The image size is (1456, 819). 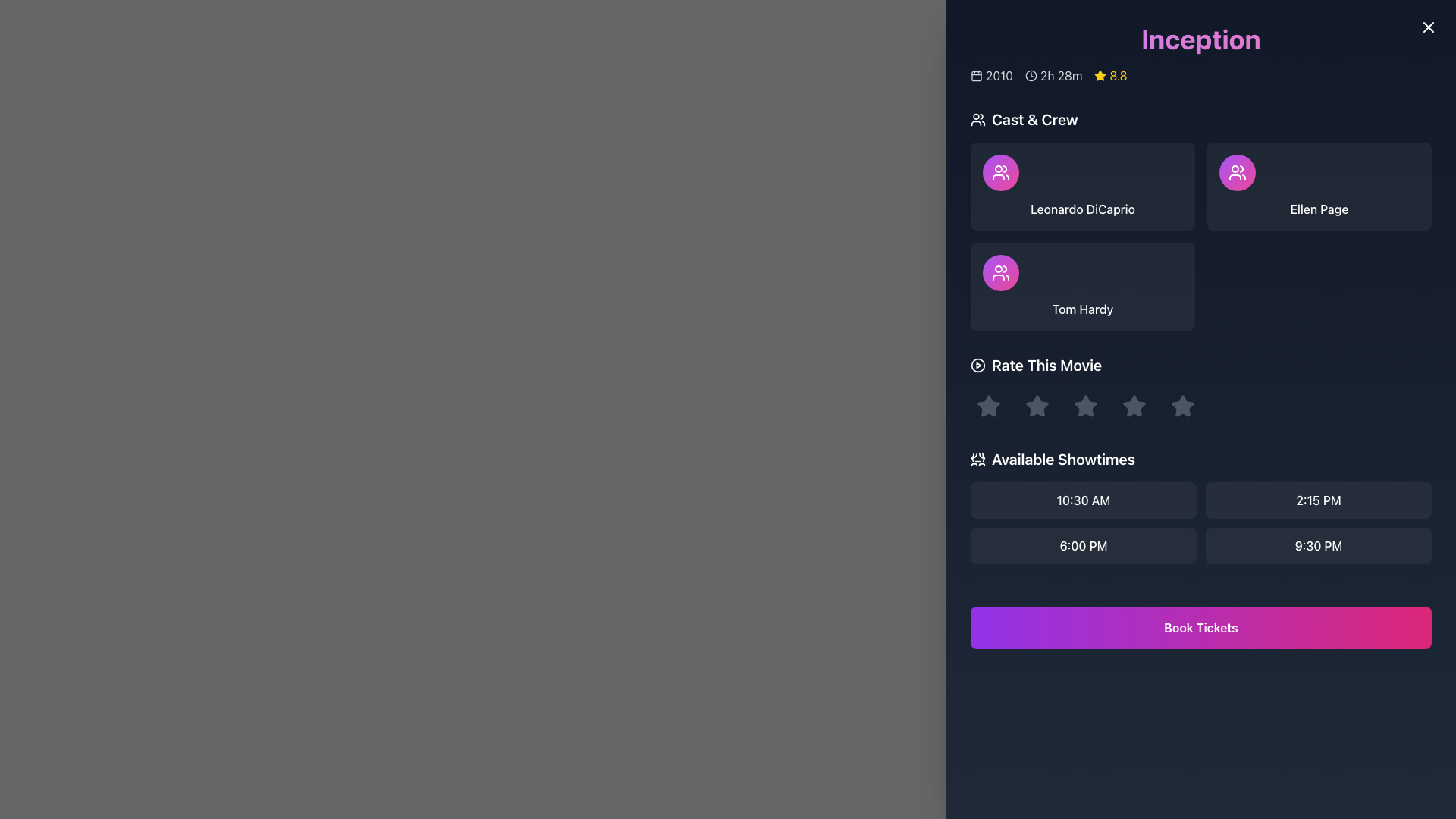 What do you see at coordinates (1133, 405) in the screenshot?
I see `the fourth rating star under the 'Rate This Movie' label` at bounding box center [1133, 405].